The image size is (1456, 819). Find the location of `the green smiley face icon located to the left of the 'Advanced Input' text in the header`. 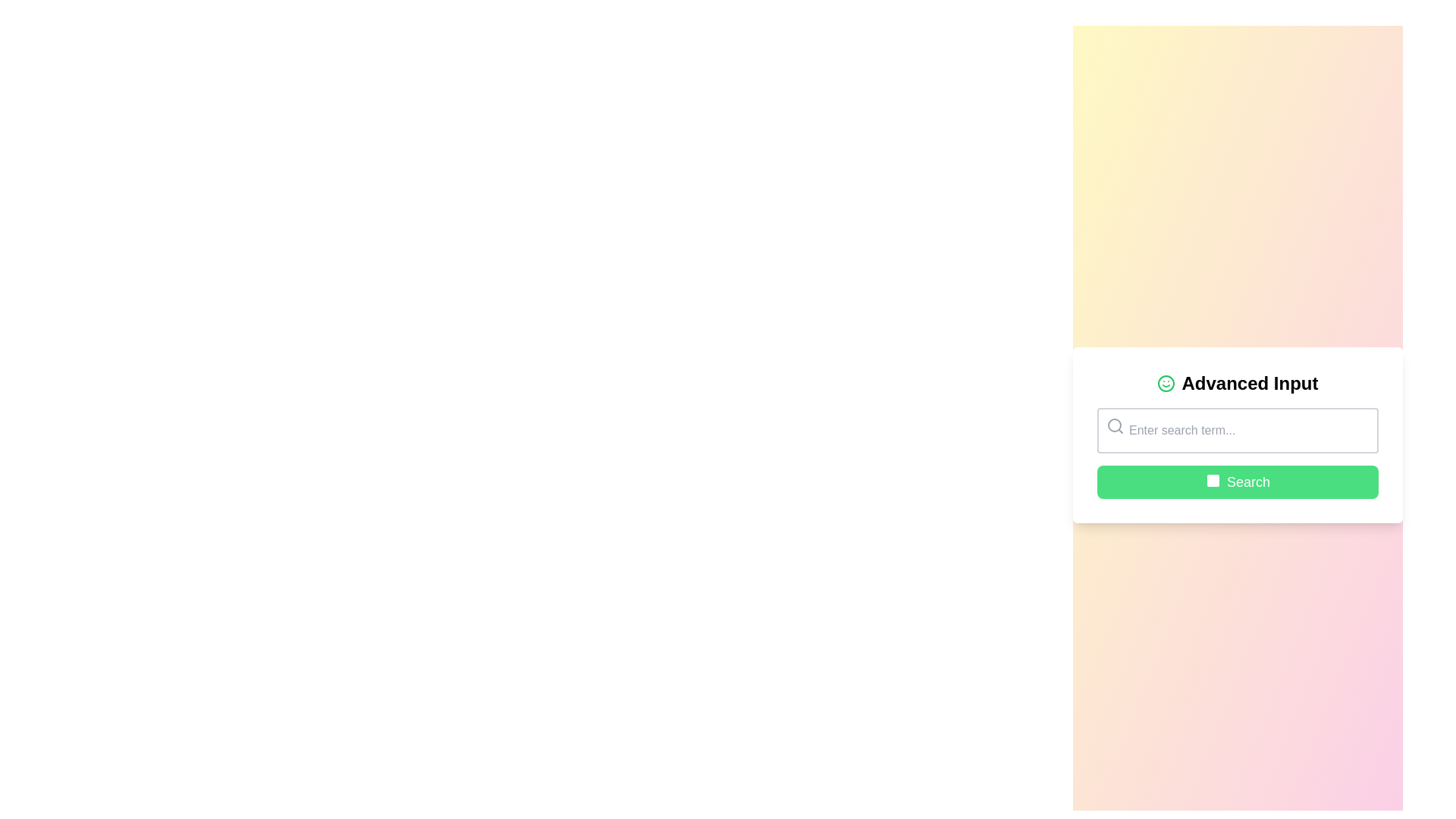

the green smiley face icon located to the left of the 'Advanced Input' text in the header is located at coordinates (1166, 382).